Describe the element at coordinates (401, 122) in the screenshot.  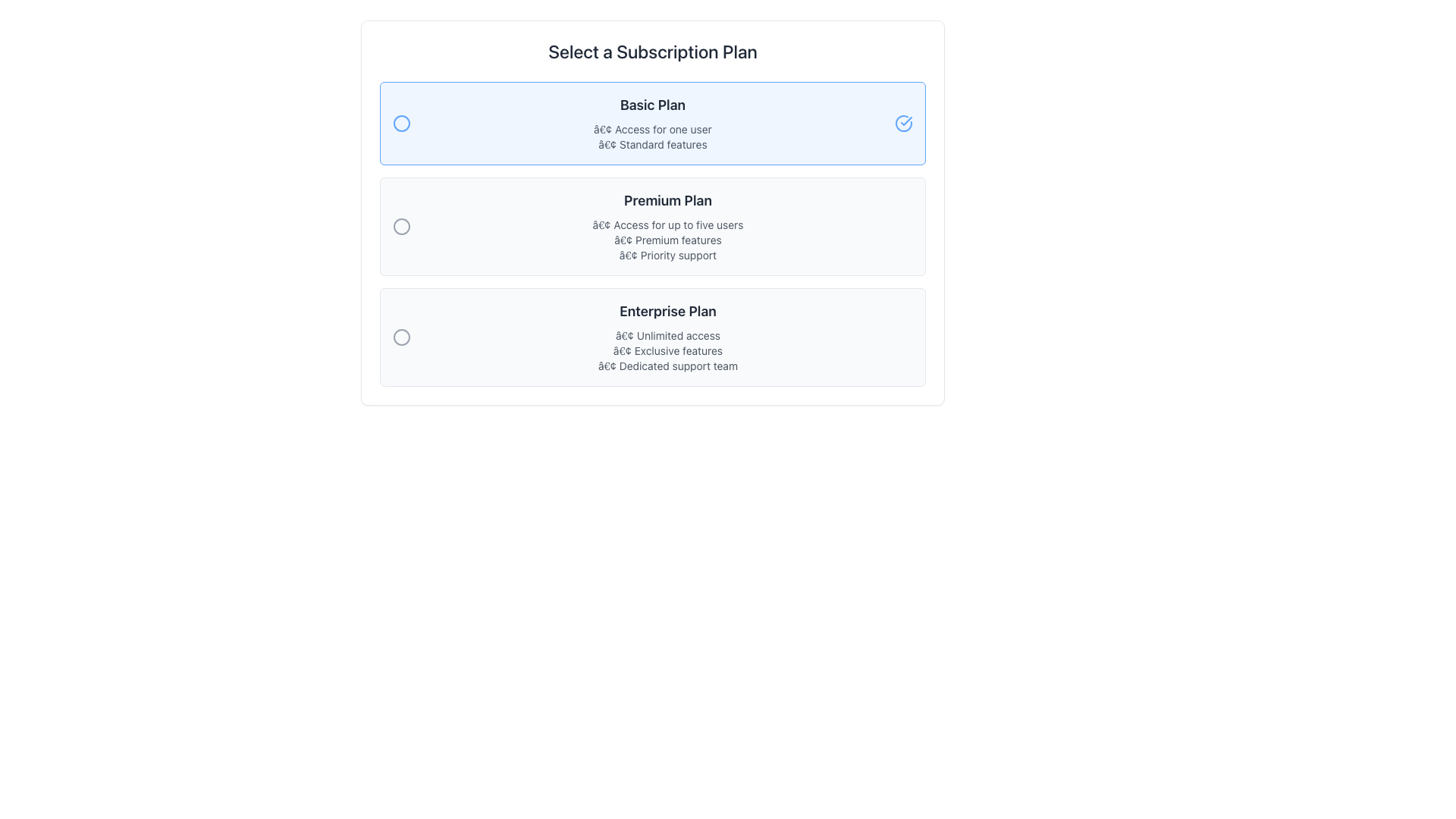
I see `the circular radio button for the 'Basic Plan'` at that location.